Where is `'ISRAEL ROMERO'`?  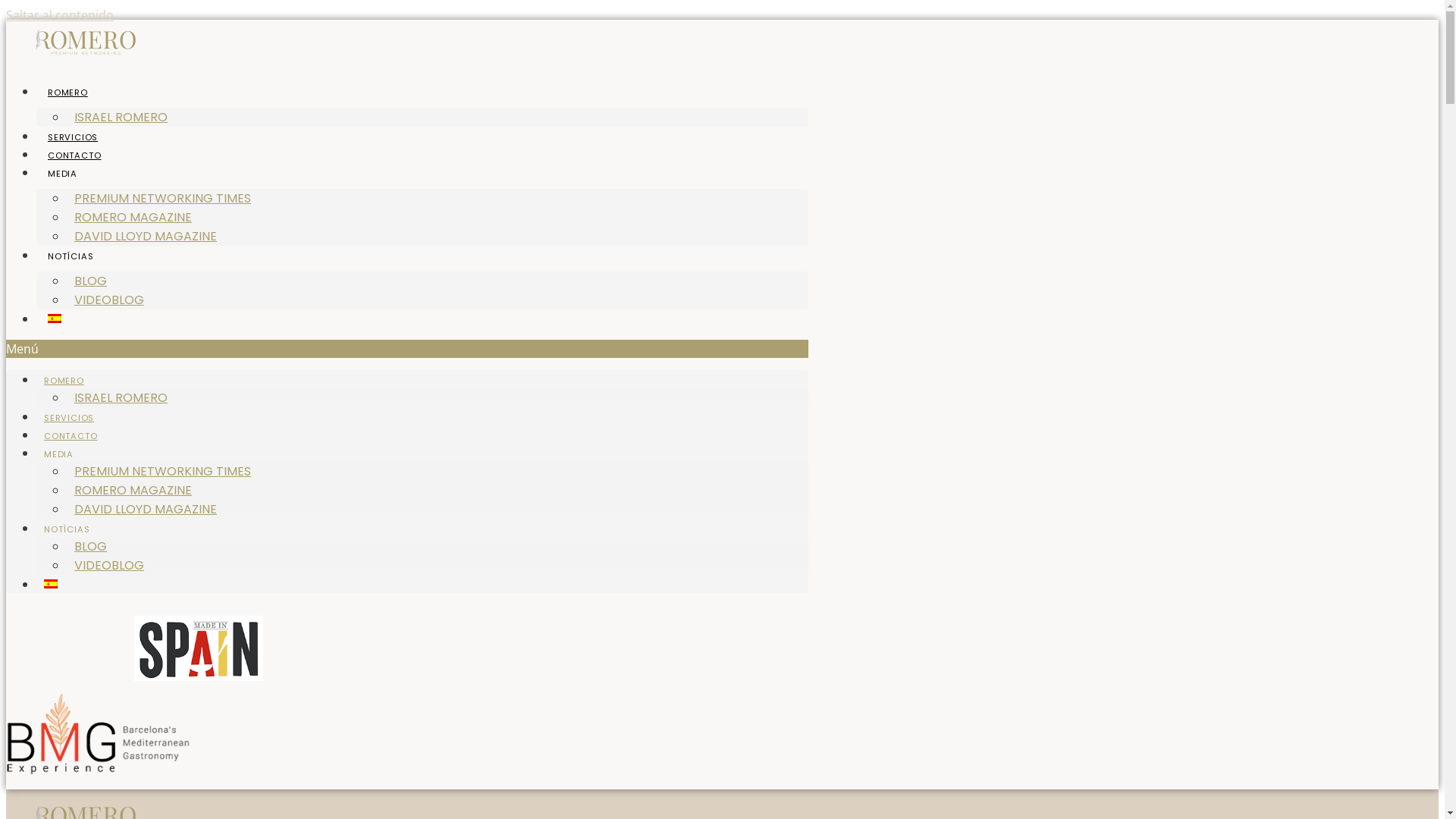
'ISRAEL ROMERO' is located at coordinates (120, 397).